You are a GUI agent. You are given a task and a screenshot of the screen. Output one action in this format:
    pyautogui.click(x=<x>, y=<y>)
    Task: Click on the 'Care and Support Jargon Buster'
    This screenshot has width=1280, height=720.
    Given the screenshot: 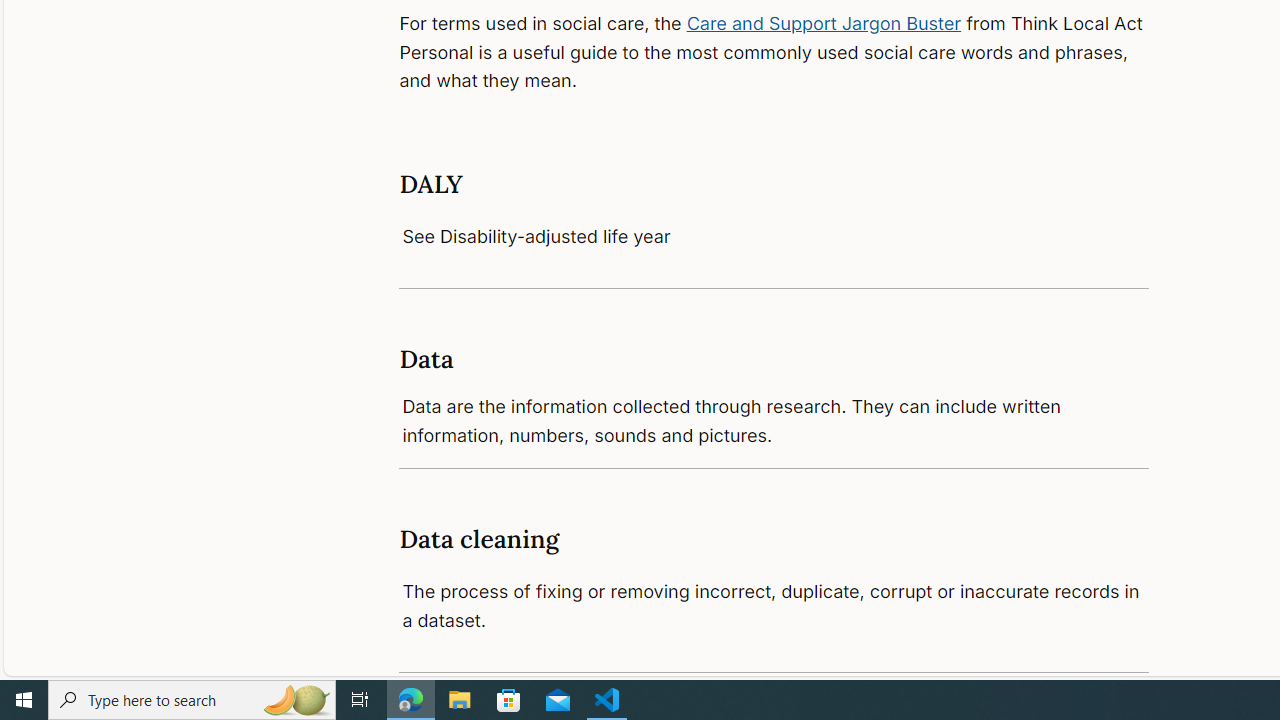 What is the action you would take?
    pyautogui.click(x=824, y=23)
    